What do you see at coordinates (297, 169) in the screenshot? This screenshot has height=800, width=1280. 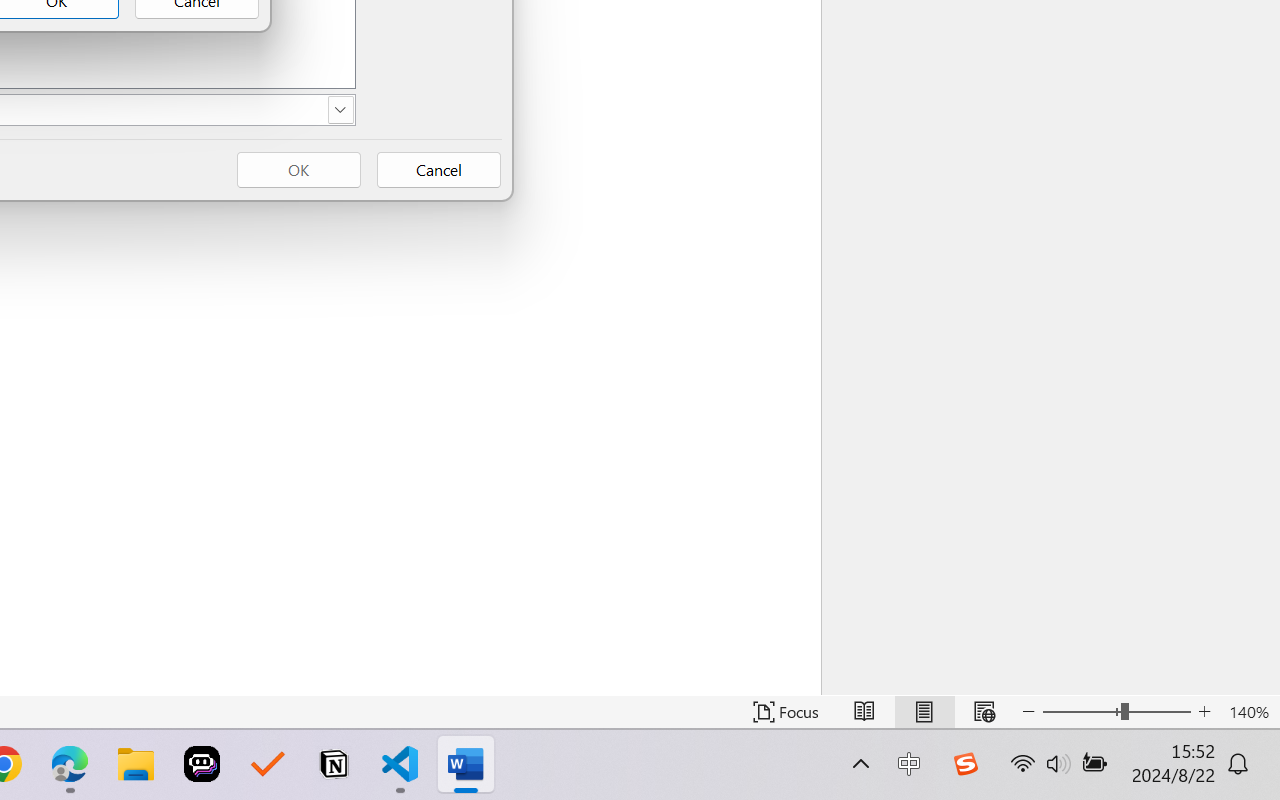 I see `'OK'` at bounding box center [297, 169].